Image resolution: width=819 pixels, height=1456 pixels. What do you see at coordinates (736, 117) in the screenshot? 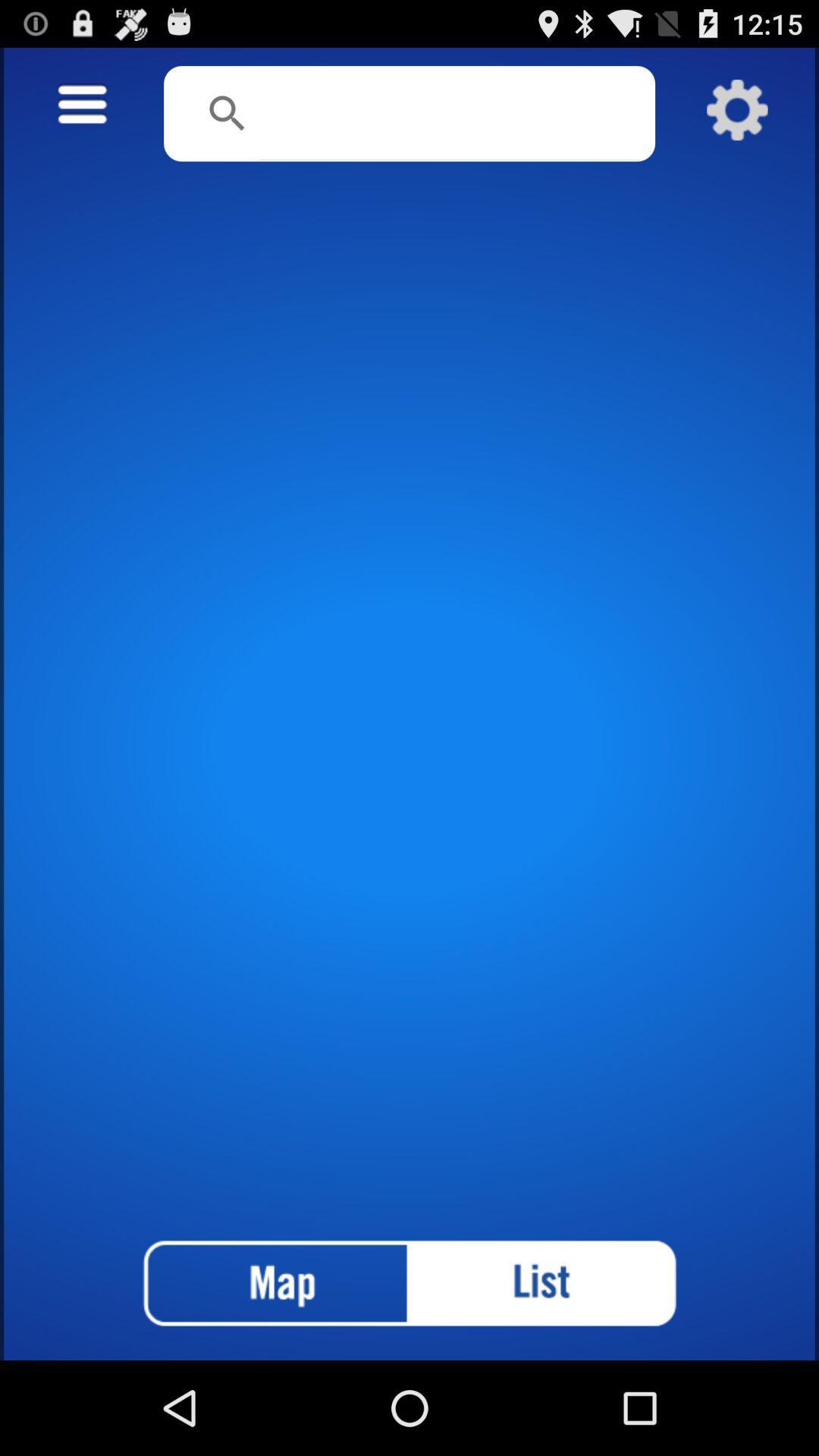
I see `the settings icon` at bounding box center [736, 117].